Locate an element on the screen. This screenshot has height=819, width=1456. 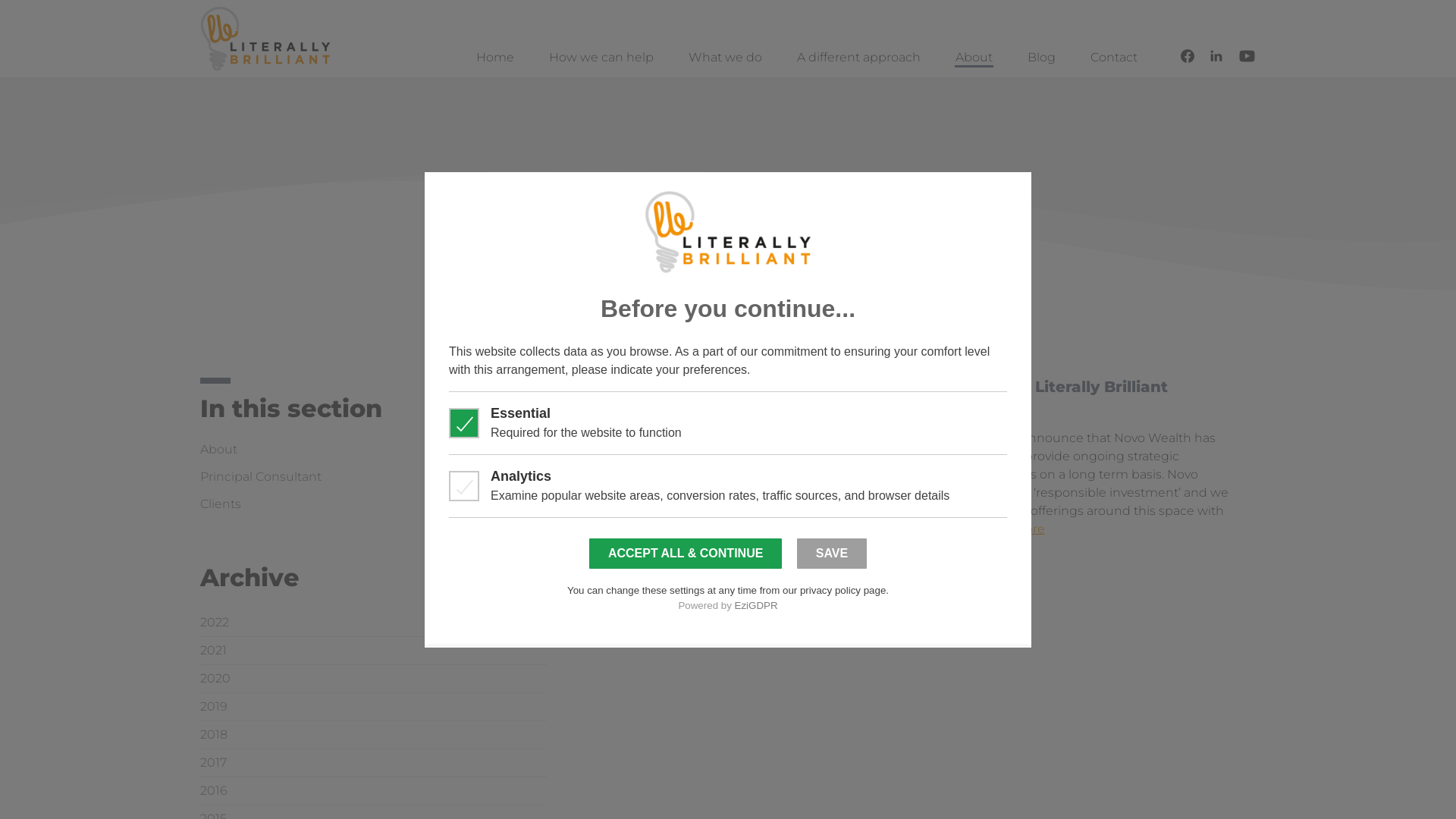
'2017' is located at coordinates (212, 763).